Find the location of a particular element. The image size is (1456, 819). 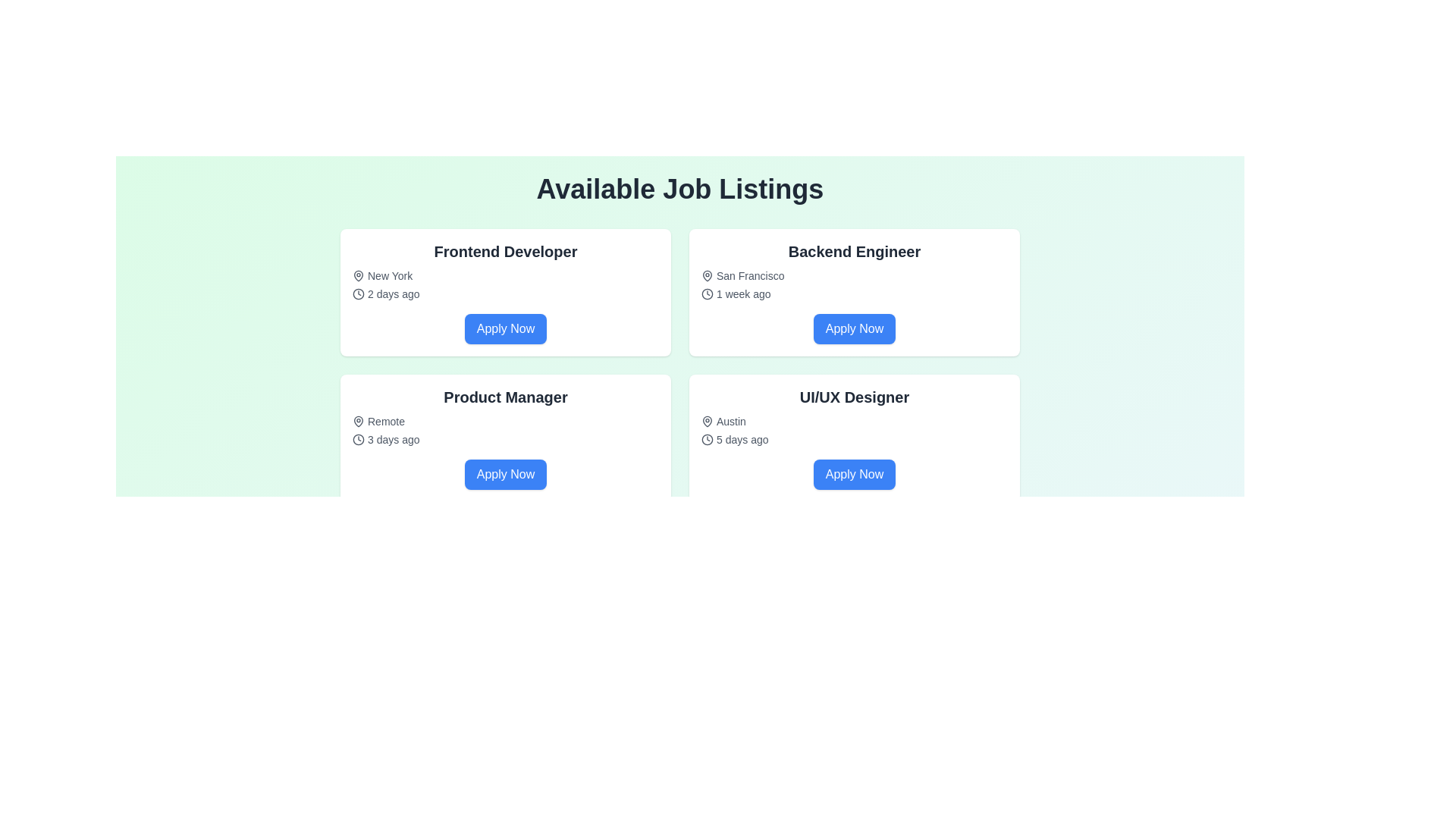

the 'Apply Now' button on the Job listing card for the Product Manager role, located in the third position of the grid layout is located at coordinates (506, 438).